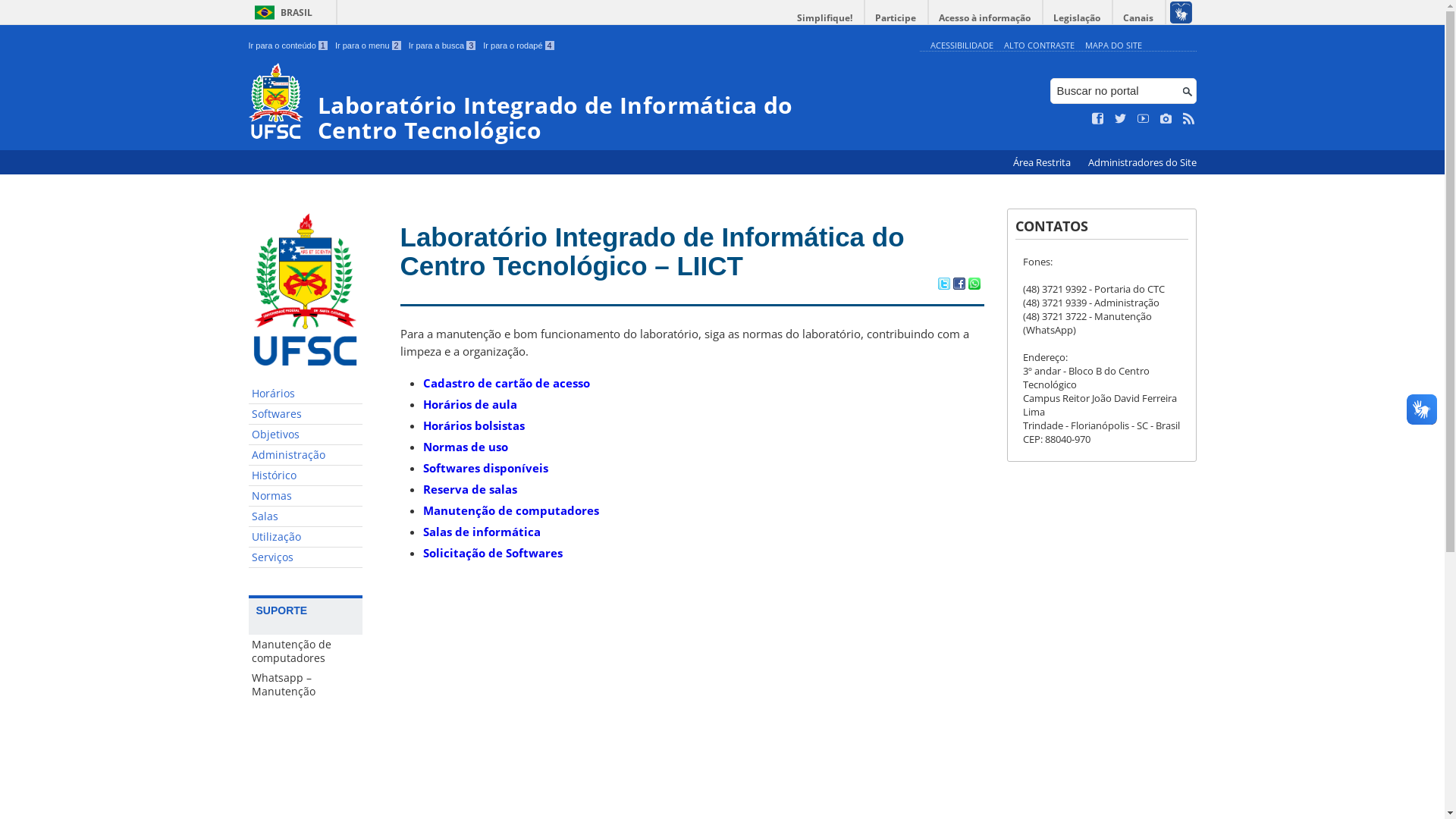  What do you see at coordinates (1098, 118) in the screenshot?
I see `'Curta no Facebook'` at bounding box center [1098, 118].